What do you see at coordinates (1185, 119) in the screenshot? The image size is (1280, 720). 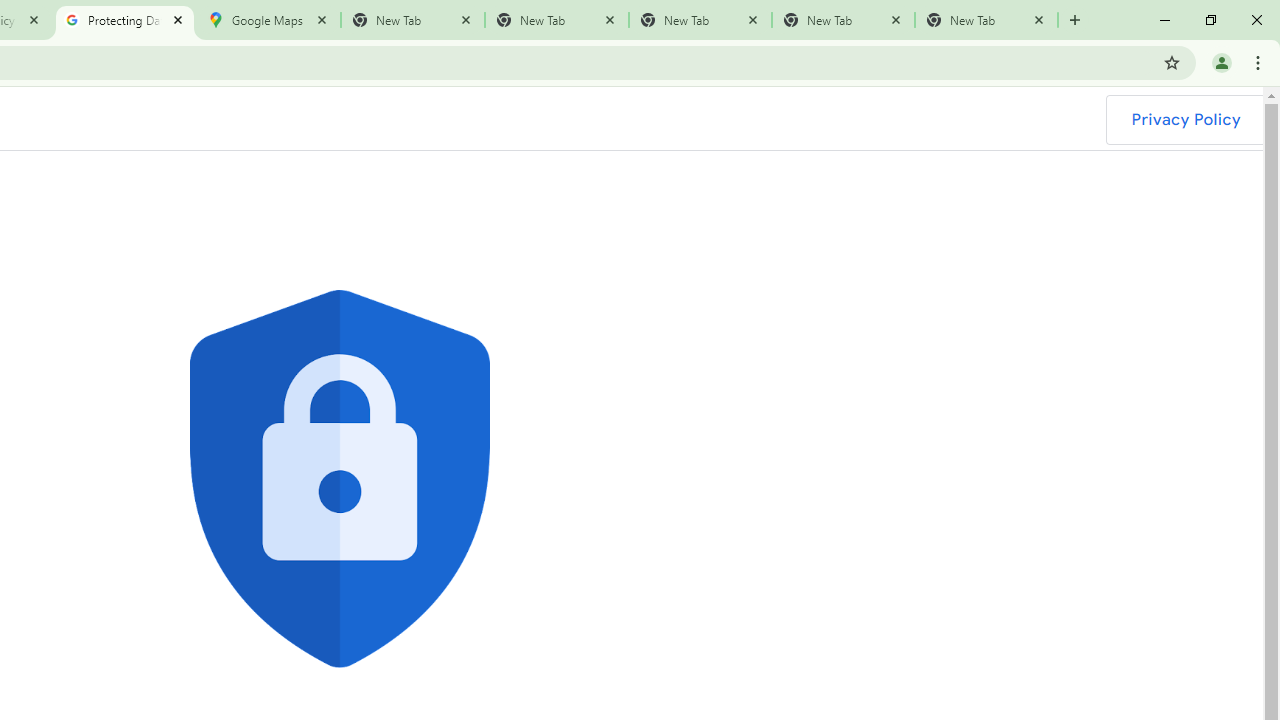 I see `'Privacy Policy'` at bounding box center [1185, 119].